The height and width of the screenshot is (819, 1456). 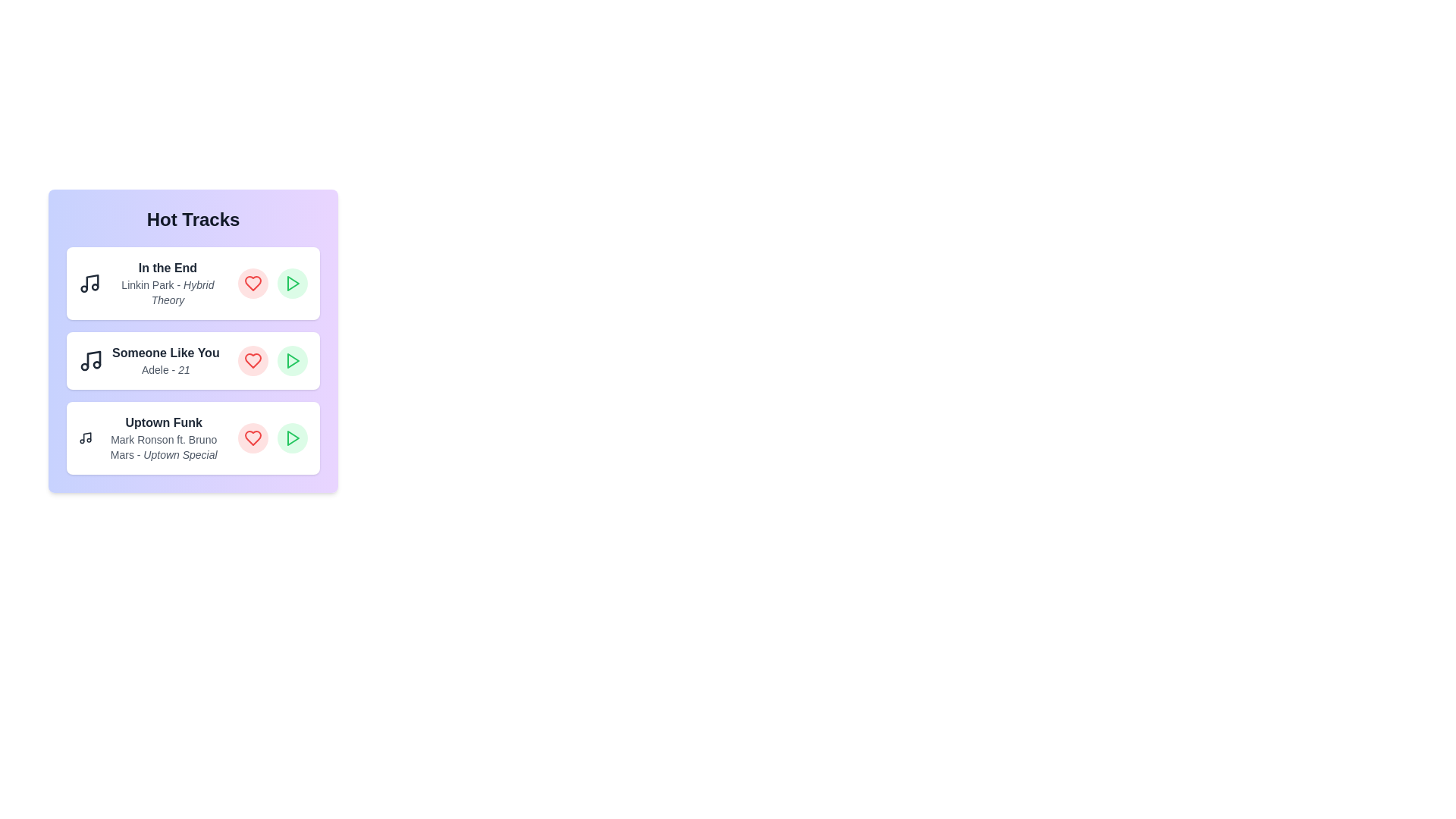 I want to click on the track titled 'In the End' to highlight it, so click(x=192, y=284).